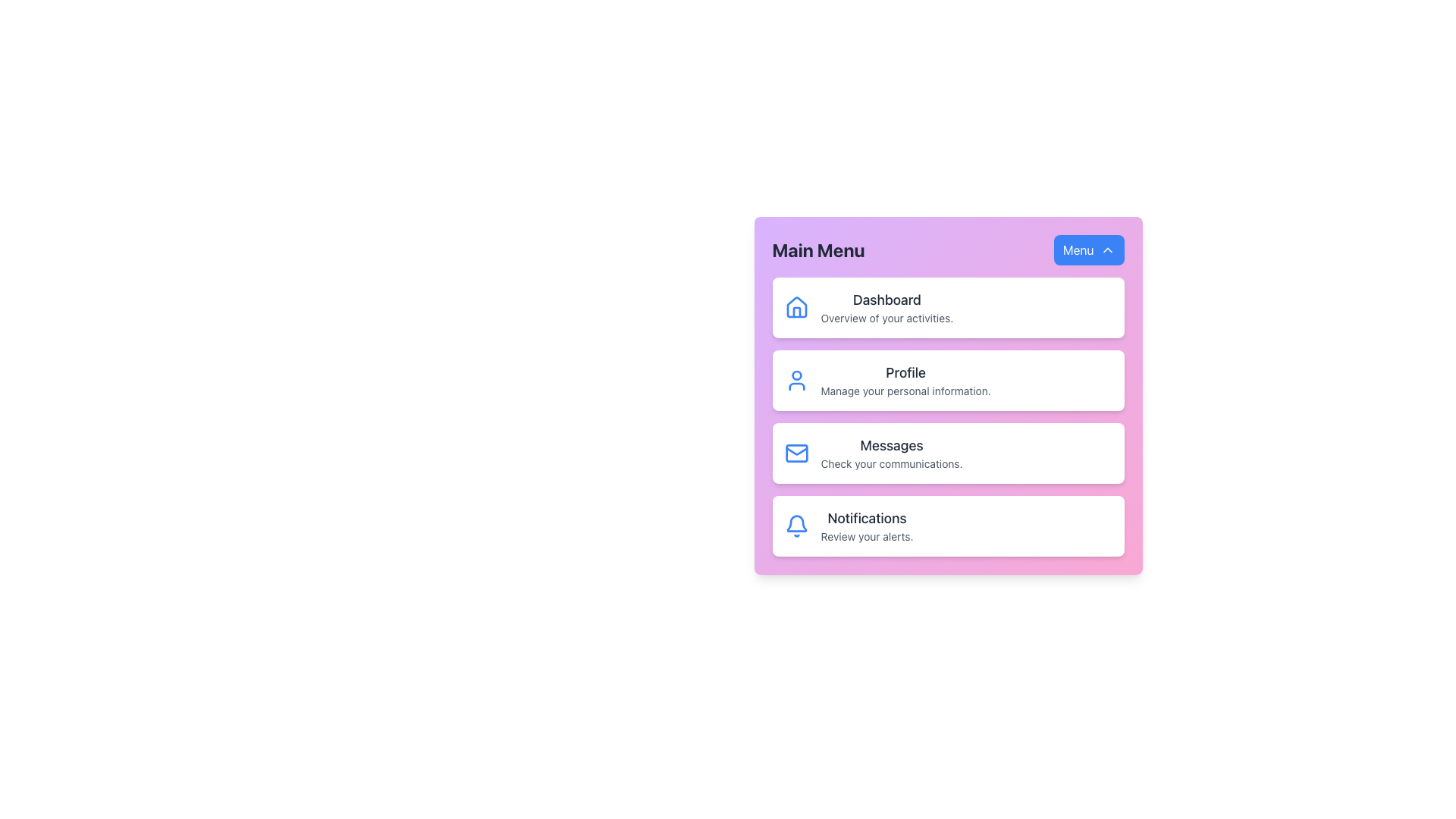 Image resolution: width=1456 pixels, height=819 pixels. What do you see at coordinates (905, 373) in the screenshot?
I see `the 'Profile' text label which is styled in bold, dark gray, and is part of the menu layout, located above 'Manage your personal information.'` at bounding box center [905, 373].